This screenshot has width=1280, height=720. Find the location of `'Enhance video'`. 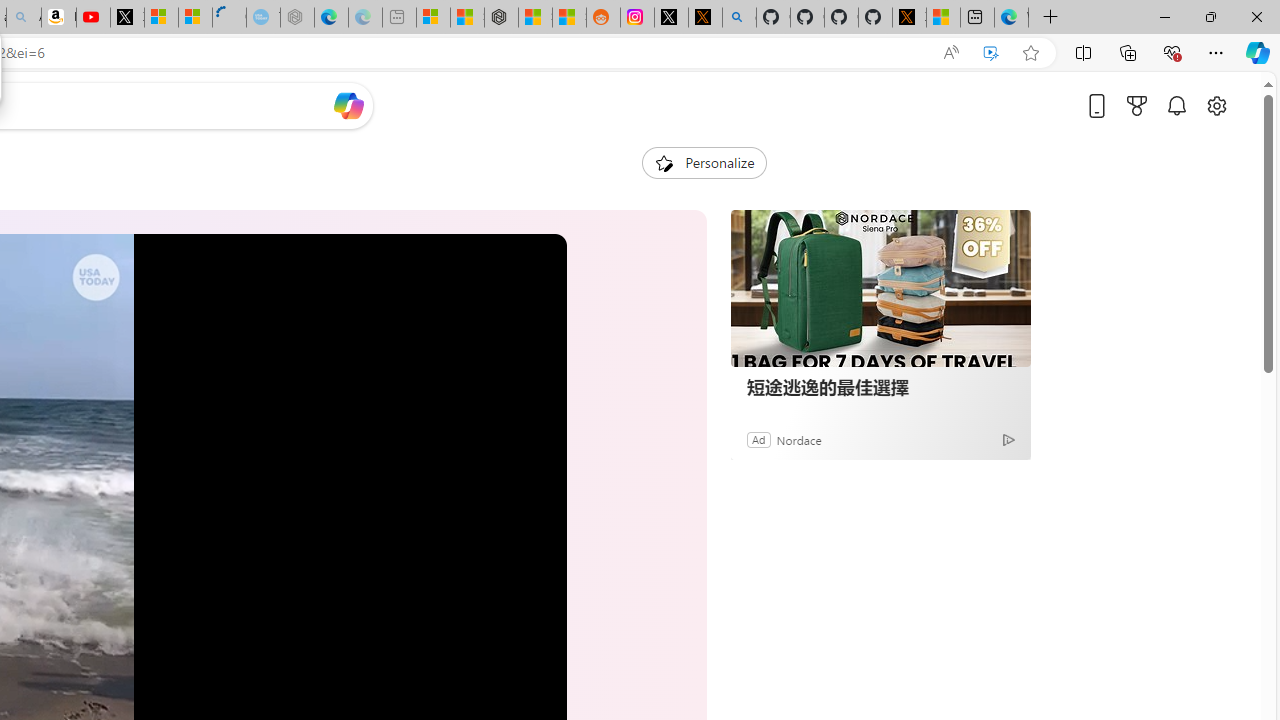

'Enhance video' is located at coordinates (991, 52).